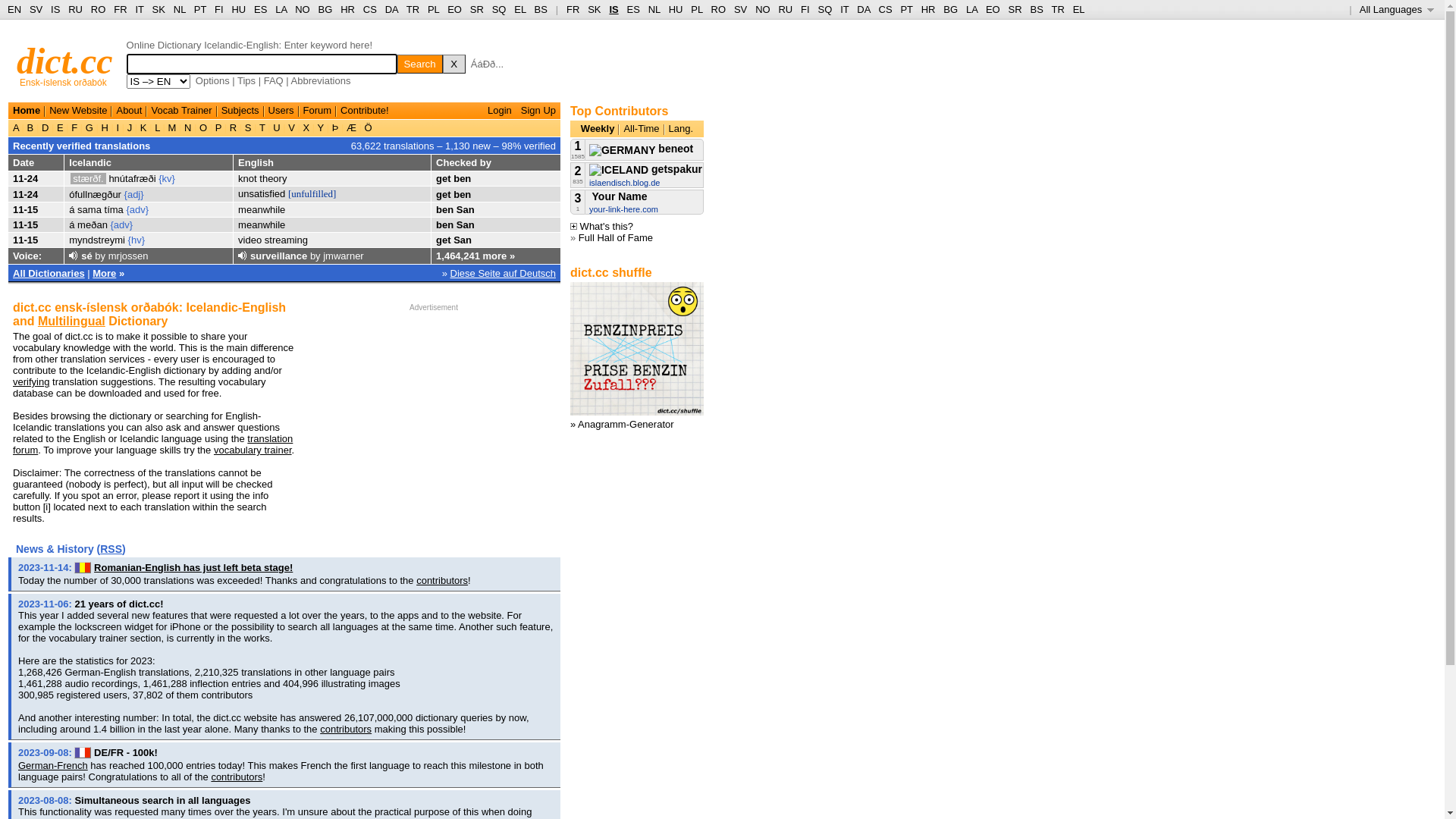 This screenshot has height=819, width=1456. I want to click on 'San', so click(465, 209).